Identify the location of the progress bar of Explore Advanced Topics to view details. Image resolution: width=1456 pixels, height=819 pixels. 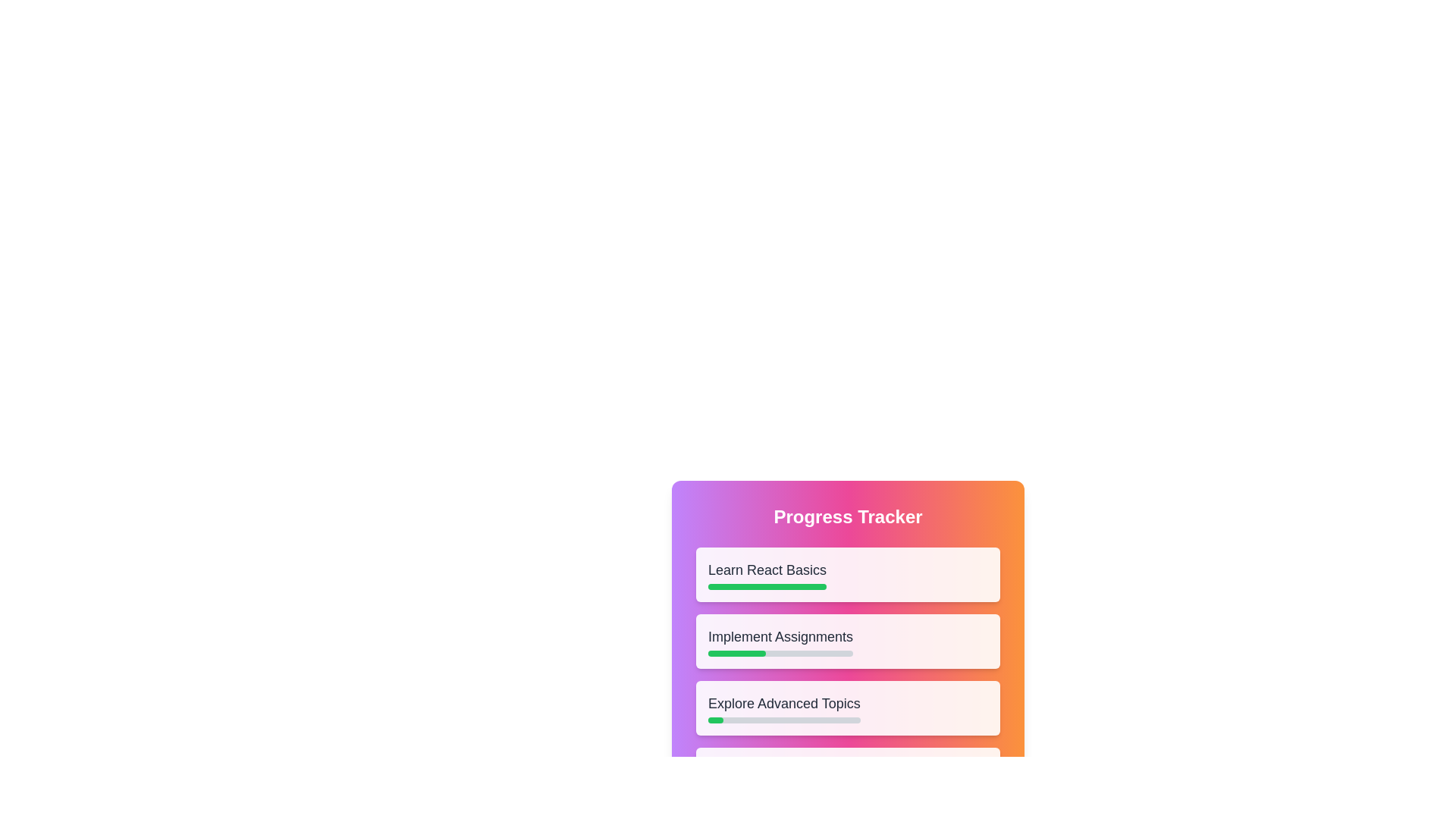
(715, 719).